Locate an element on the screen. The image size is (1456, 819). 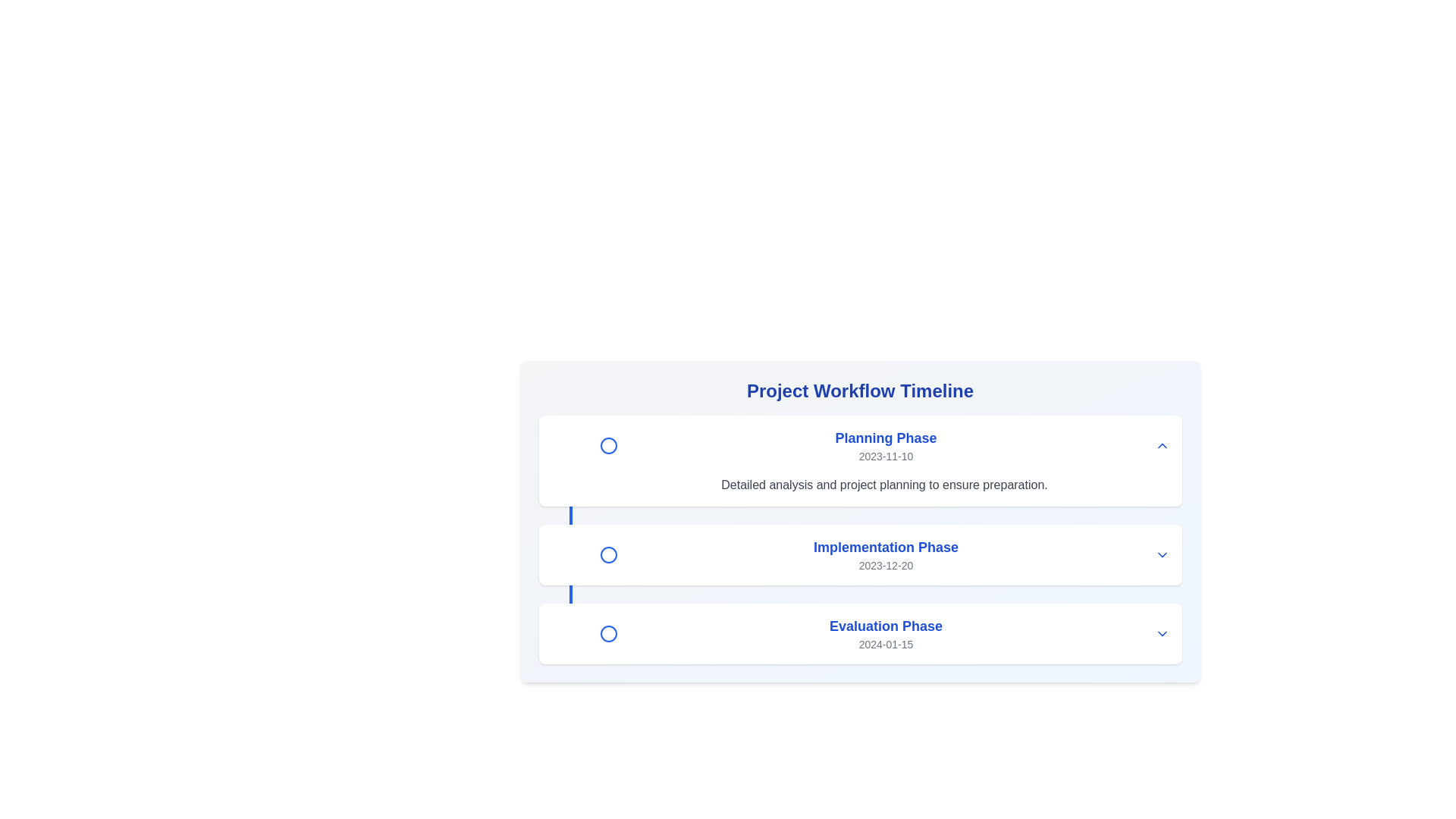
heading text 'Project Workflow Timeline' which is styled in bold, large, and centered blue font at the top of the section is located at coordinates (860, 391).